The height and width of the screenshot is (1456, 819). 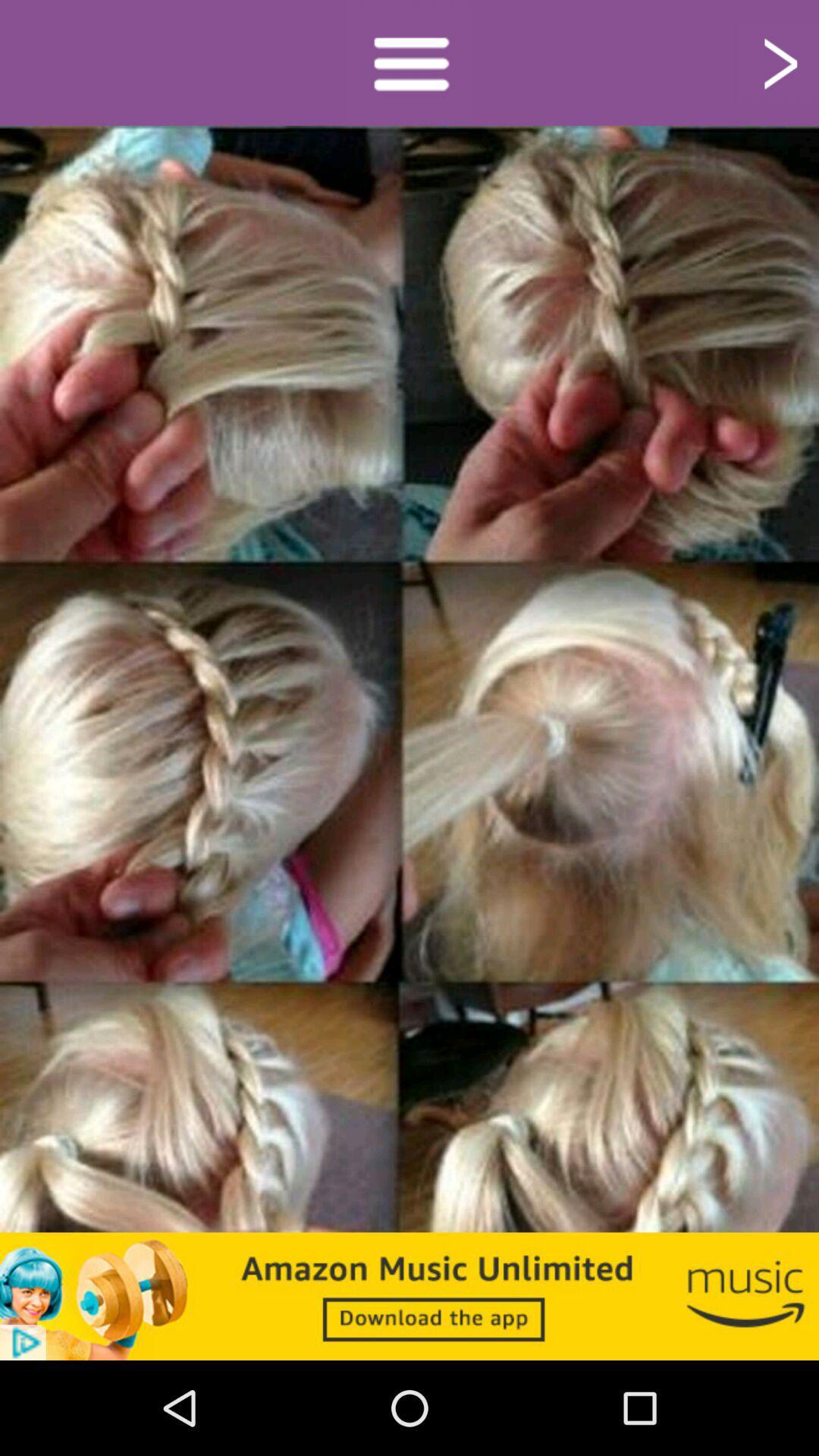 I want to click on next page, so click(x=778, y=61).